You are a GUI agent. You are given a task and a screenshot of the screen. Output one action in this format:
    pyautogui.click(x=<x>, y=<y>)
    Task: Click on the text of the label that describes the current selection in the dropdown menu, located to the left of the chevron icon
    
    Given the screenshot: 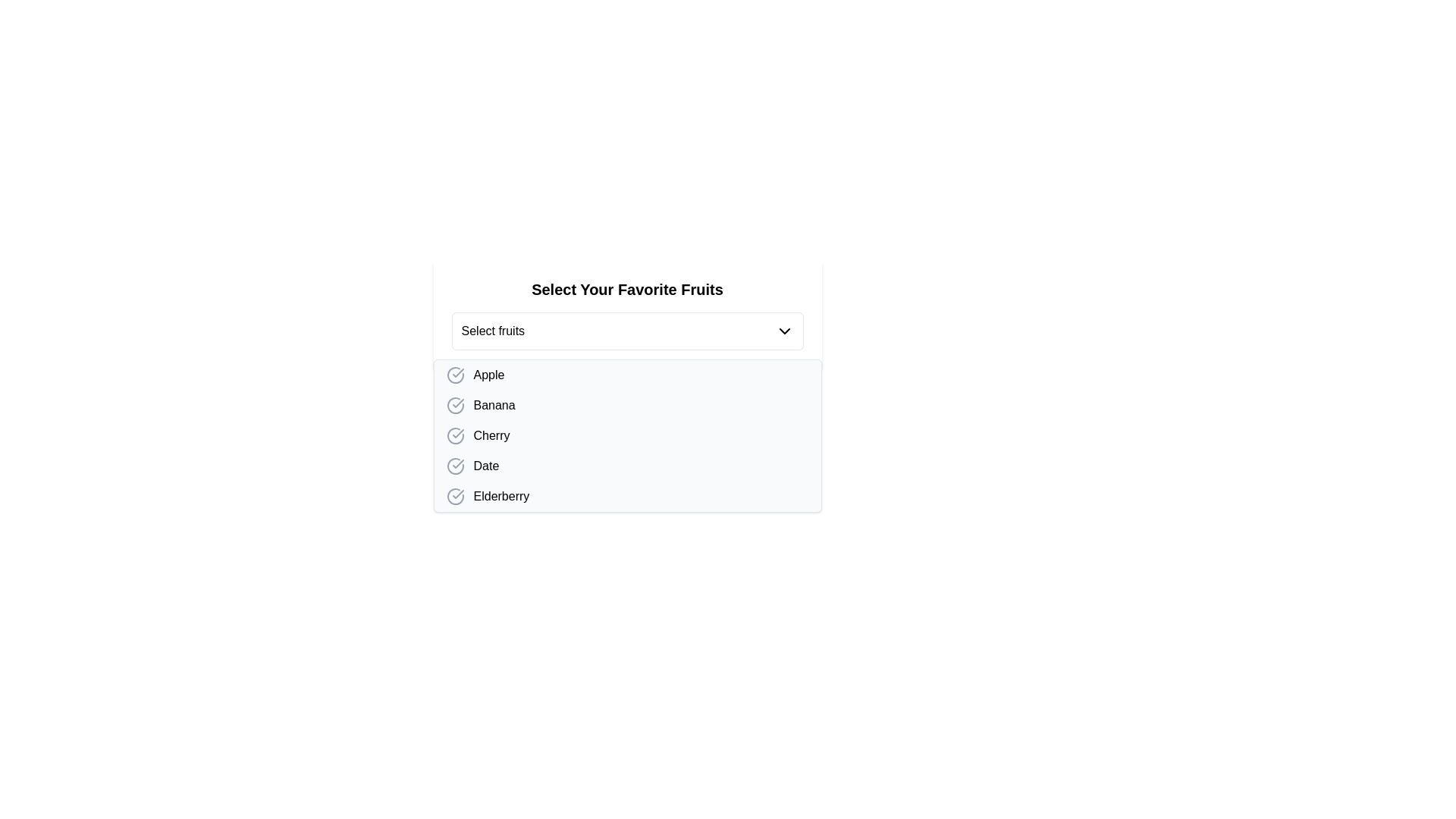 What is the action you would take?
    pyautogui.click(x=493, y=330)
    